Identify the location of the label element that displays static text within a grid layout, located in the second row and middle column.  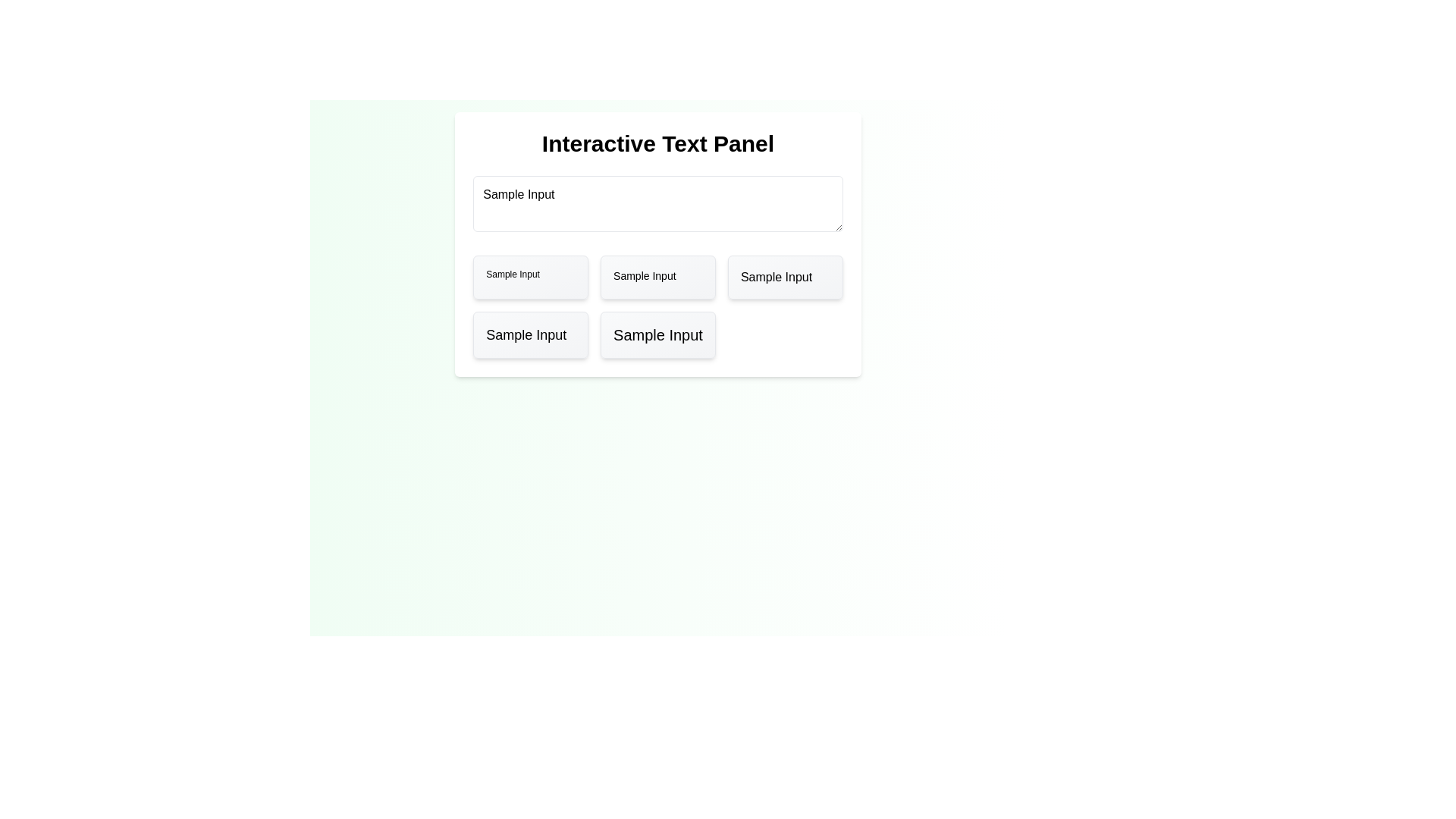
(645, 278).